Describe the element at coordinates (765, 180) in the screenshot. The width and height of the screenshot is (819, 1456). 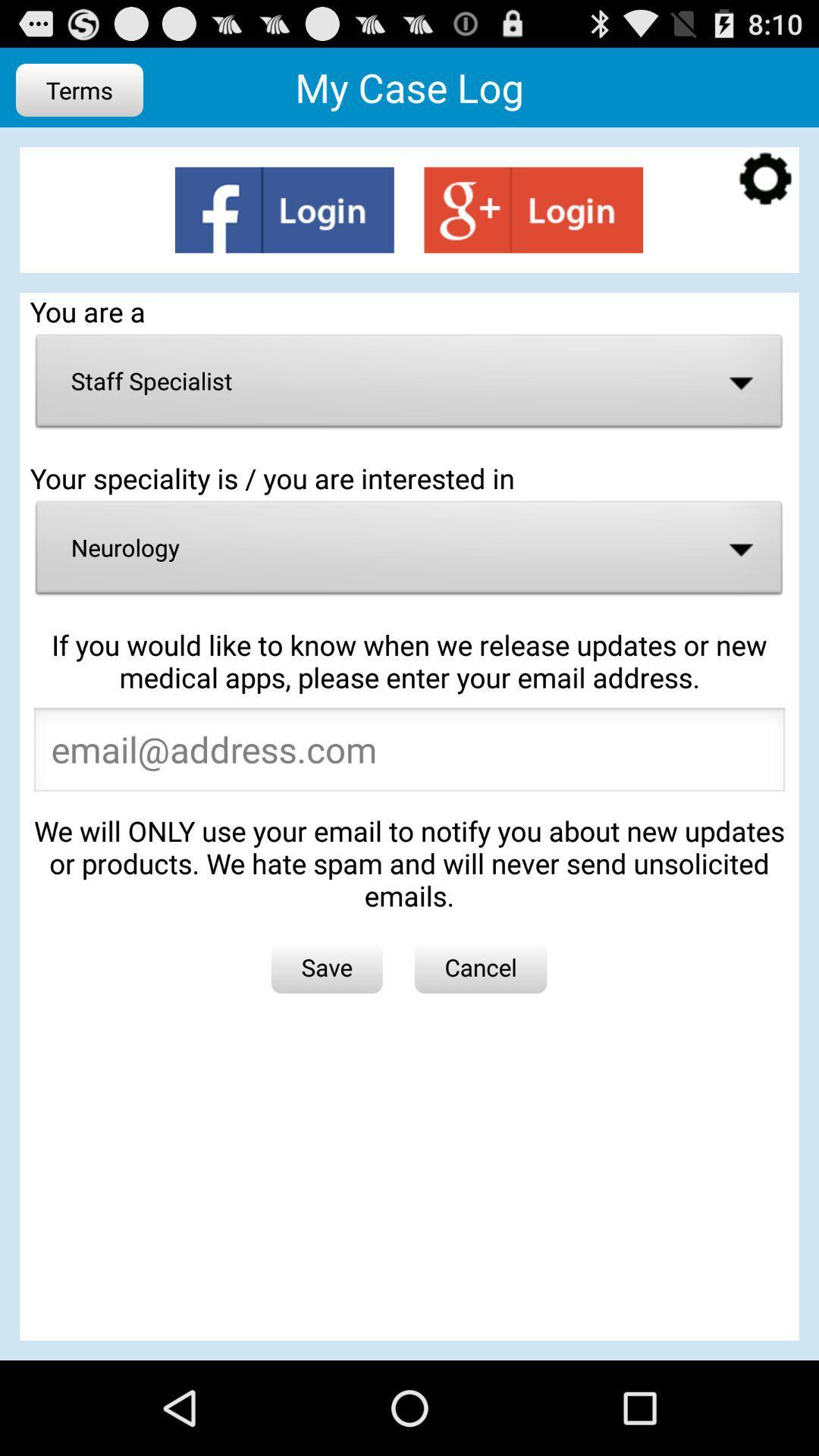
I see `setting the option` at that location.